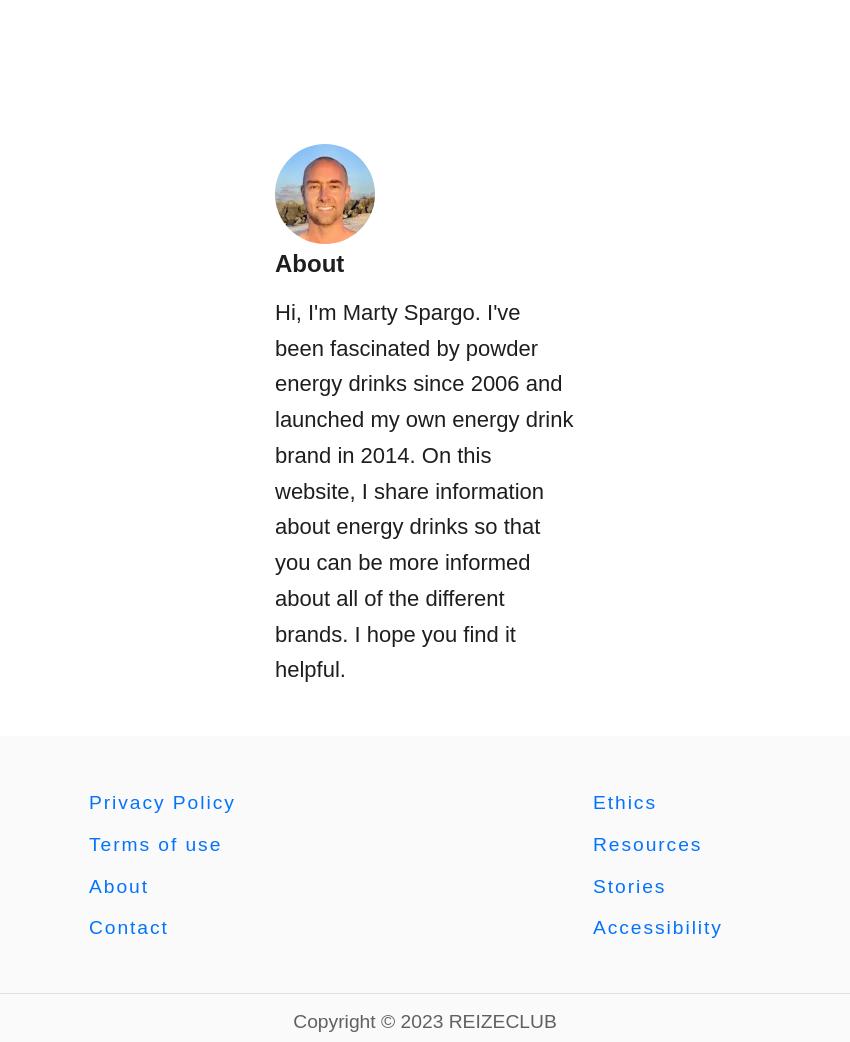 This screenshot has height=1042, width=850. I want to click on 'Contact', so click(128, 926).